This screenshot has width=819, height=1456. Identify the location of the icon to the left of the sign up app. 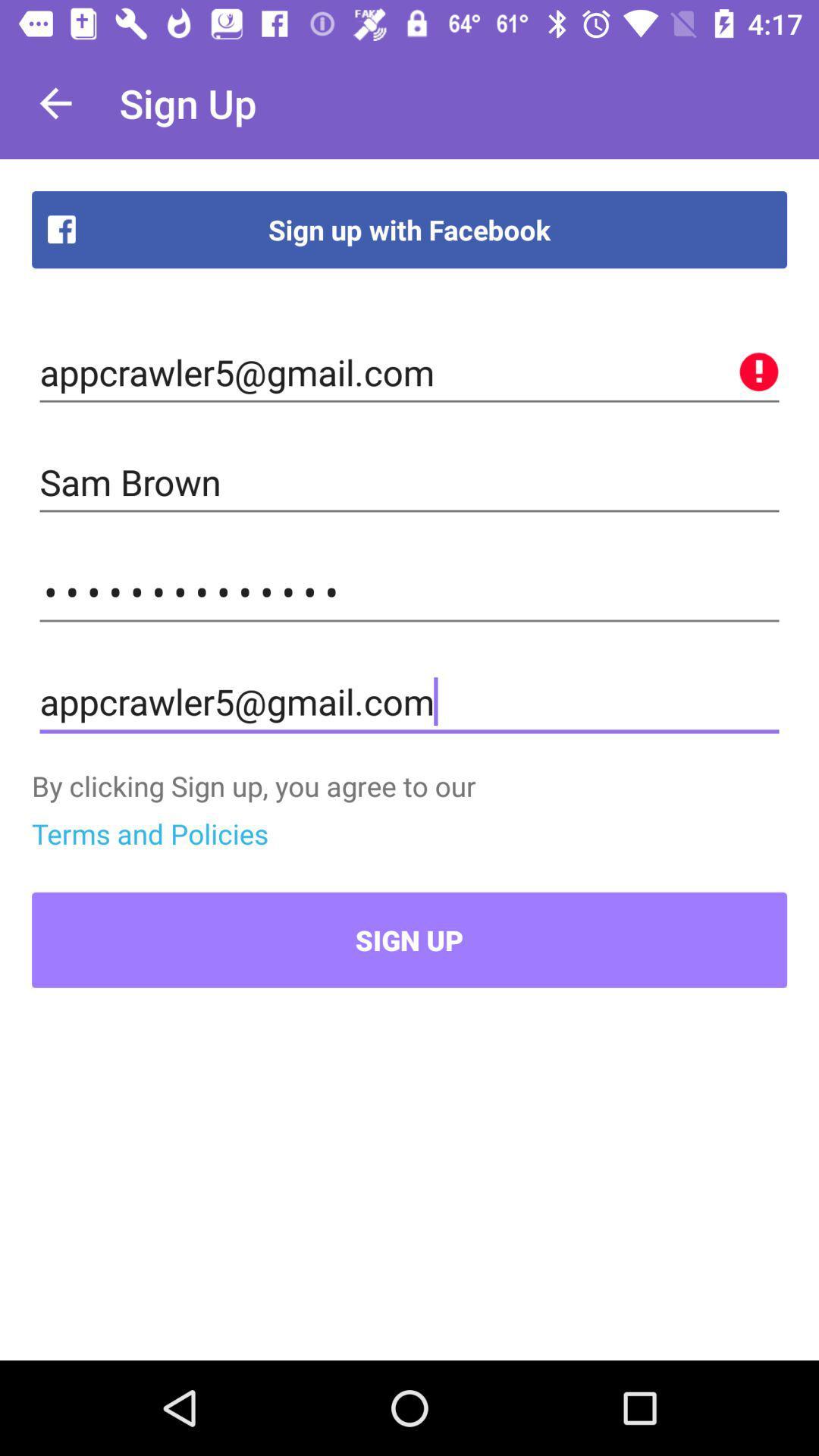
(55, 102).